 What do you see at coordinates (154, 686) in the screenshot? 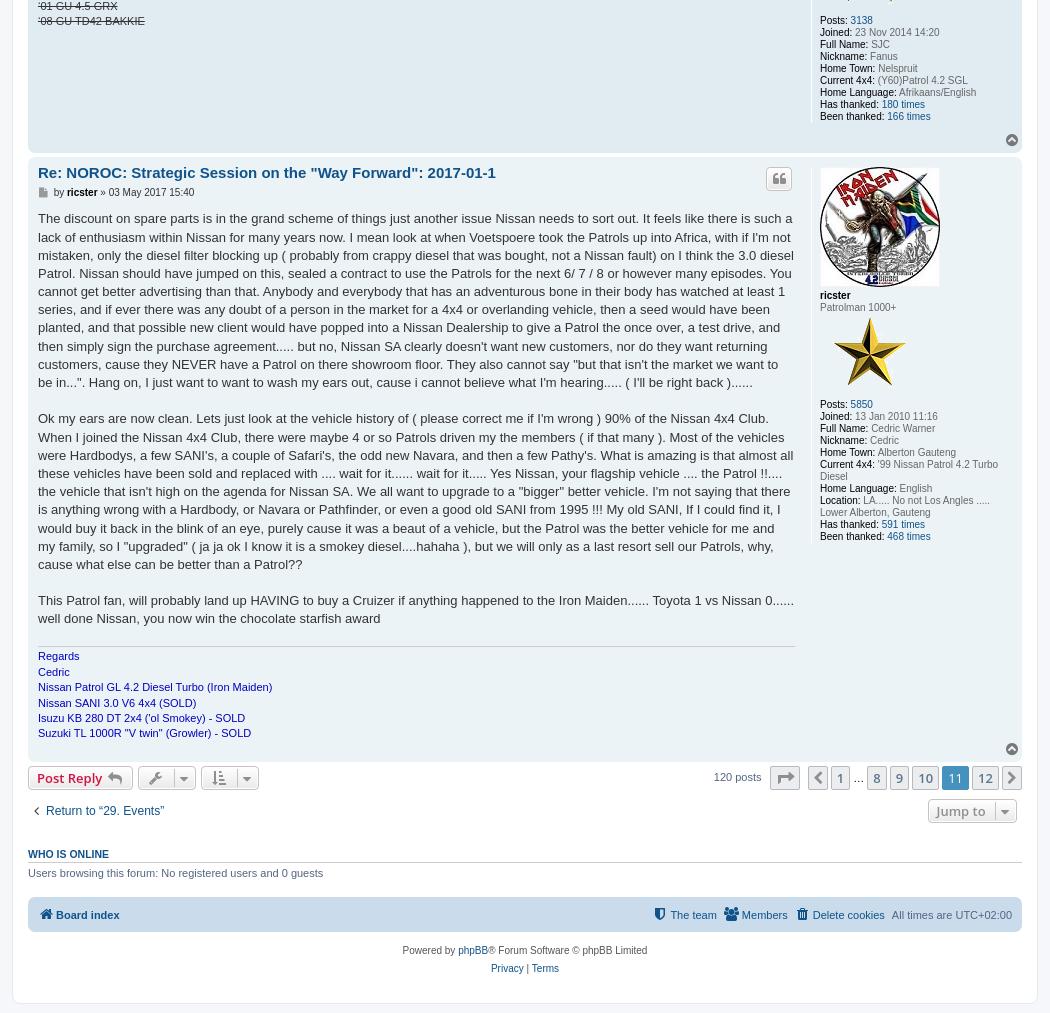
I see `'Nissan Patrol GL 4.2 Diesel Turbo (Iron Maiden)'` at bounding box center [154, 686].